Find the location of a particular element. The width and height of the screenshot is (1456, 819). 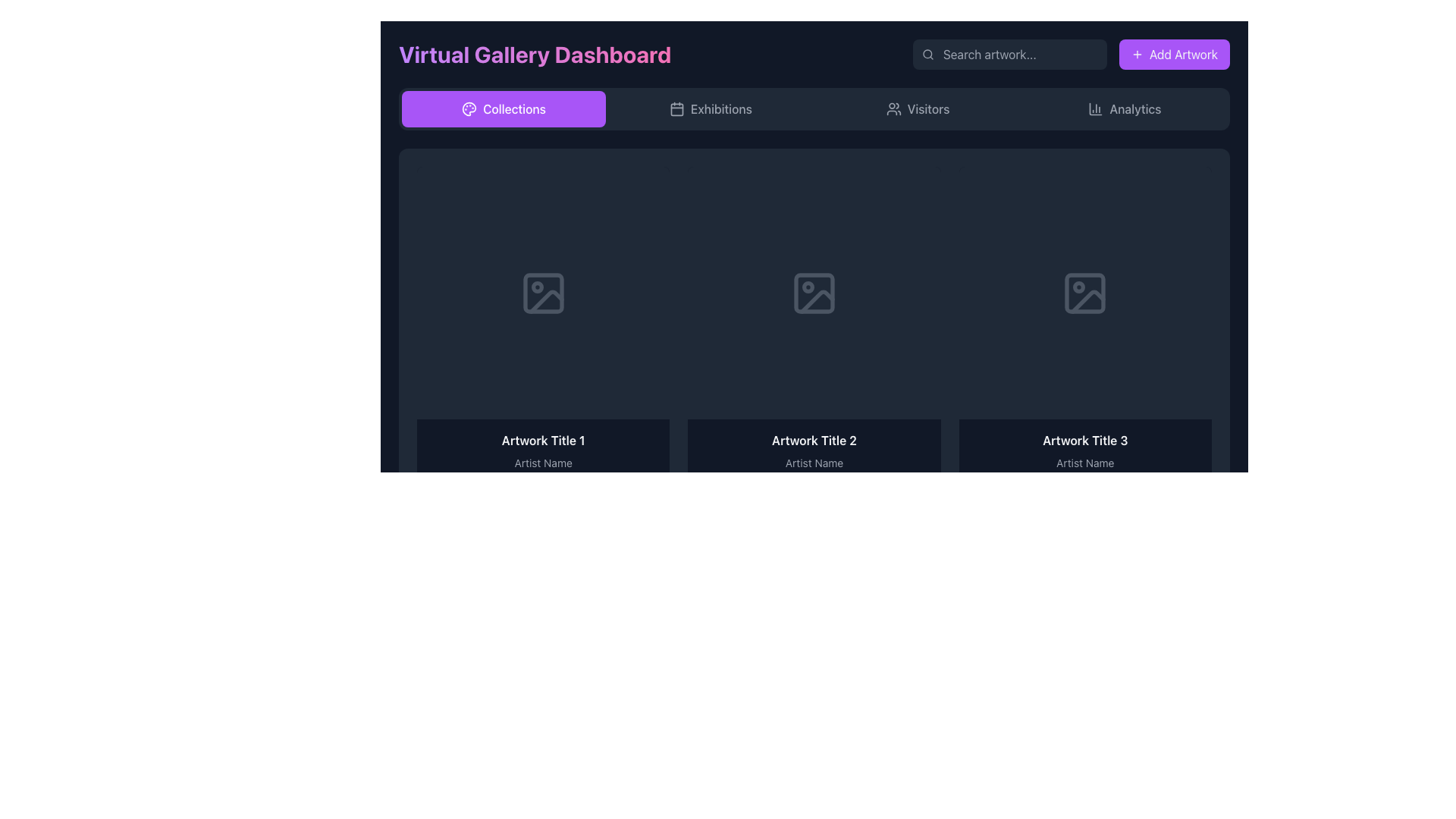

the search bar icon located in the top navigation bar, which visually indicates that the associated input field is a search bar is located at coordinates (927, 54).